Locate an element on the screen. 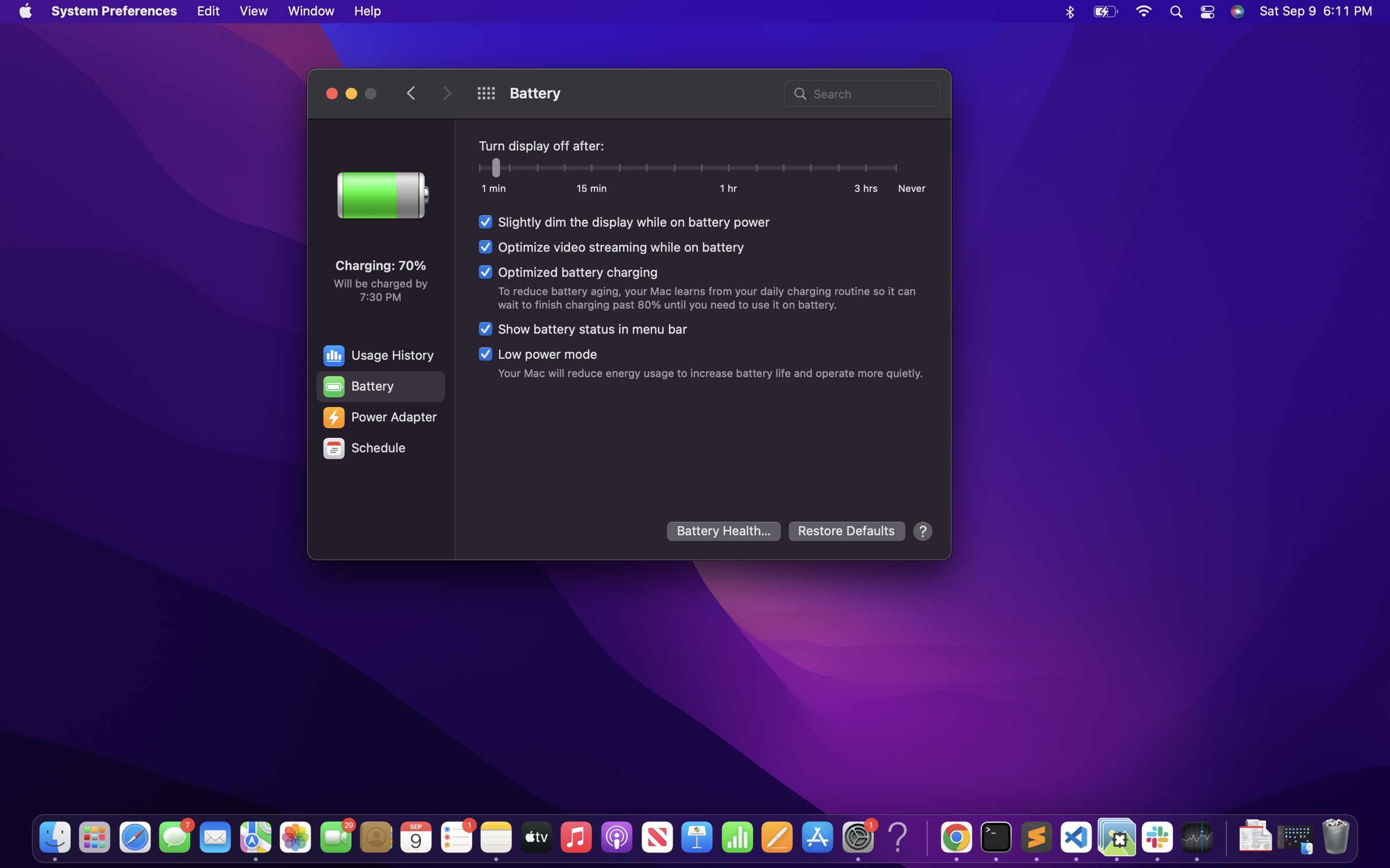 Image resolution: width=1390 pixels, height=868 pixels. the "optimized battery charging" functionality is located at coordinates (566, 272).